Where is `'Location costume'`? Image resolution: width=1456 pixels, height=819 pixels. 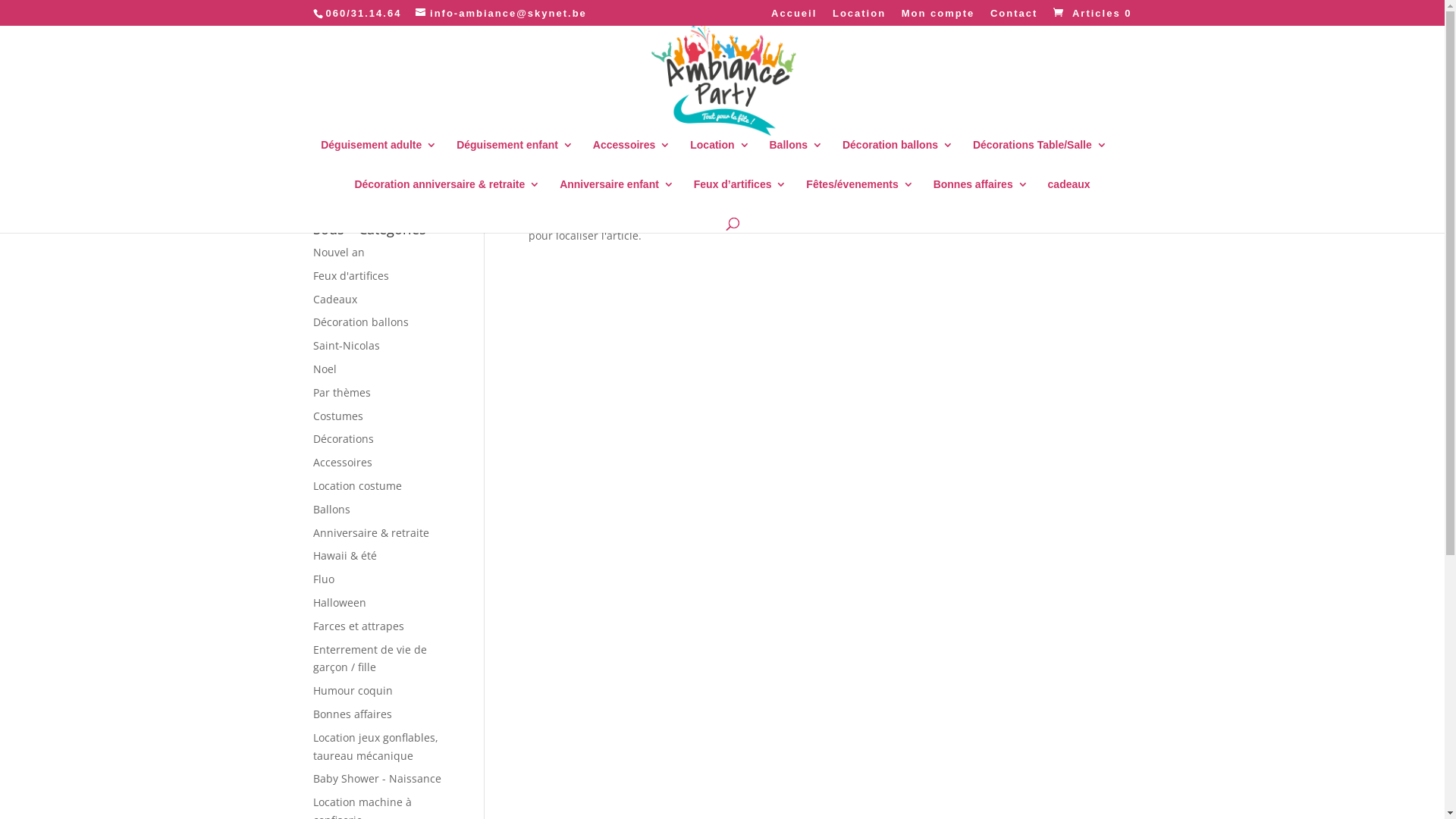 'Location costume' is located at coordinates (312, 485).